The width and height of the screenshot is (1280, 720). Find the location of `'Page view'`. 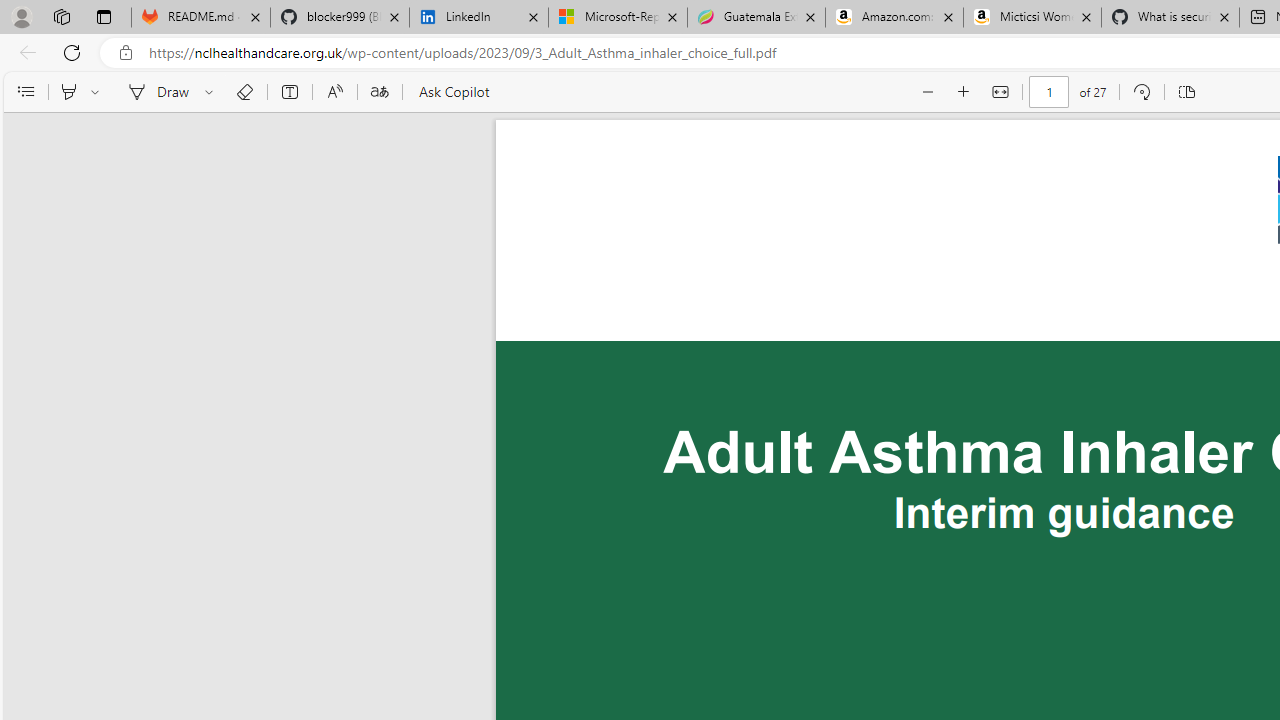

'Page view' is located at coordinates (1185, 92).